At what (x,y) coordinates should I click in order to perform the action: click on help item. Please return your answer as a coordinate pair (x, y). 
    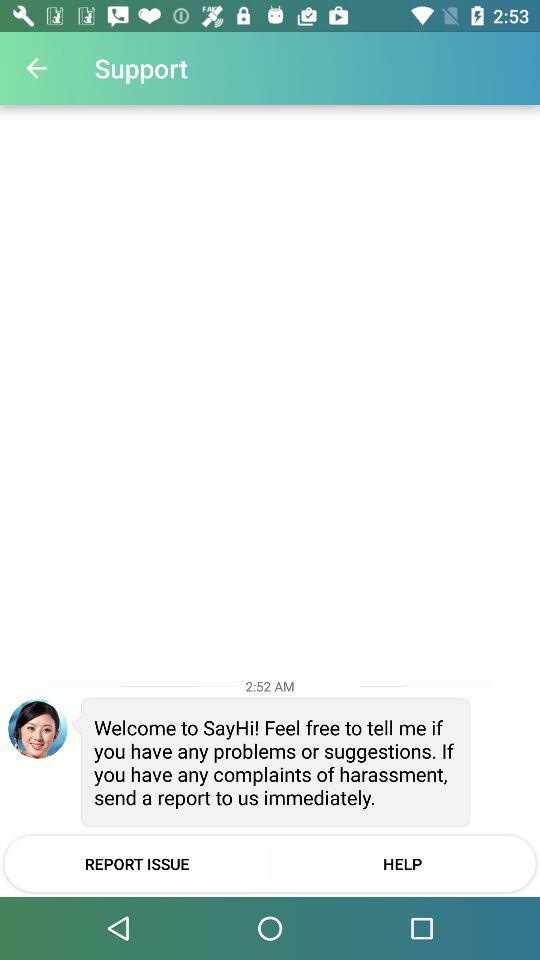
    Looking at the image, I should click on (402, 862).